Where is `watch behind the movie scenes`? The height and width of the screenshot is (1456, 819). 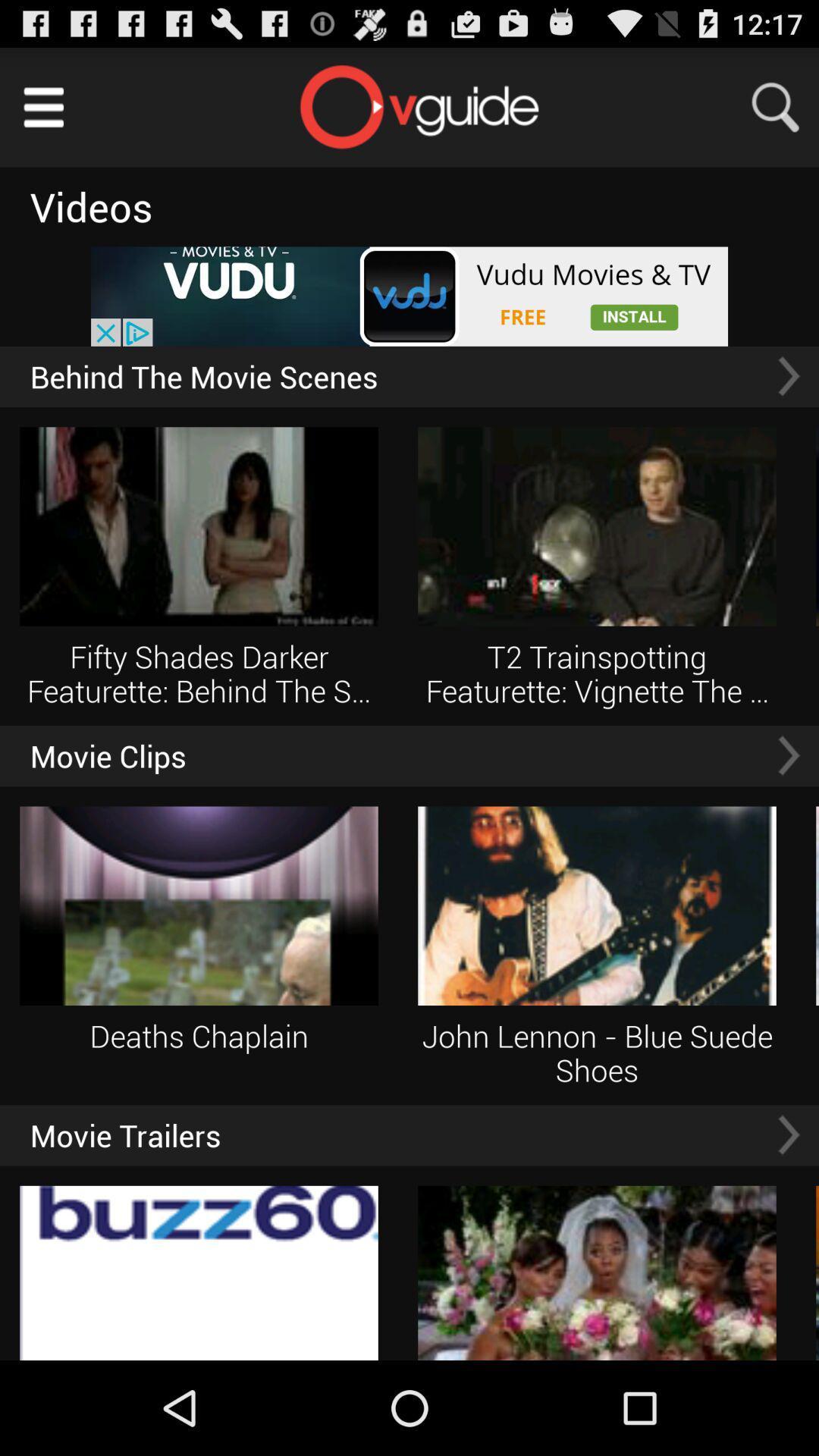
watch behind the movie scenes is located at coordinates (788, 376).